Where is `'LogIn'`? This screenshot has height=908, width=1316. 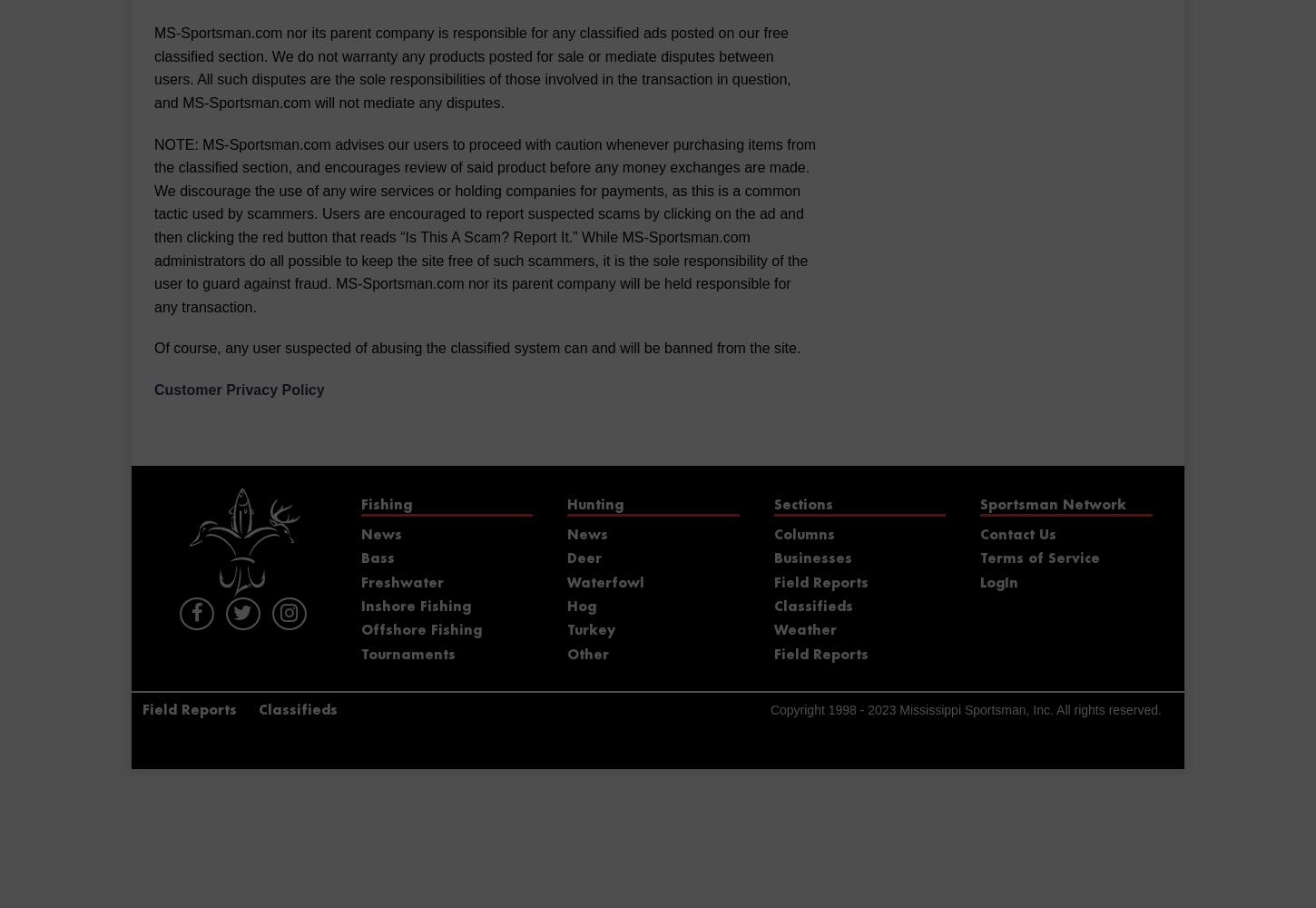 'LogIn' is located at coordinates (997, 583).